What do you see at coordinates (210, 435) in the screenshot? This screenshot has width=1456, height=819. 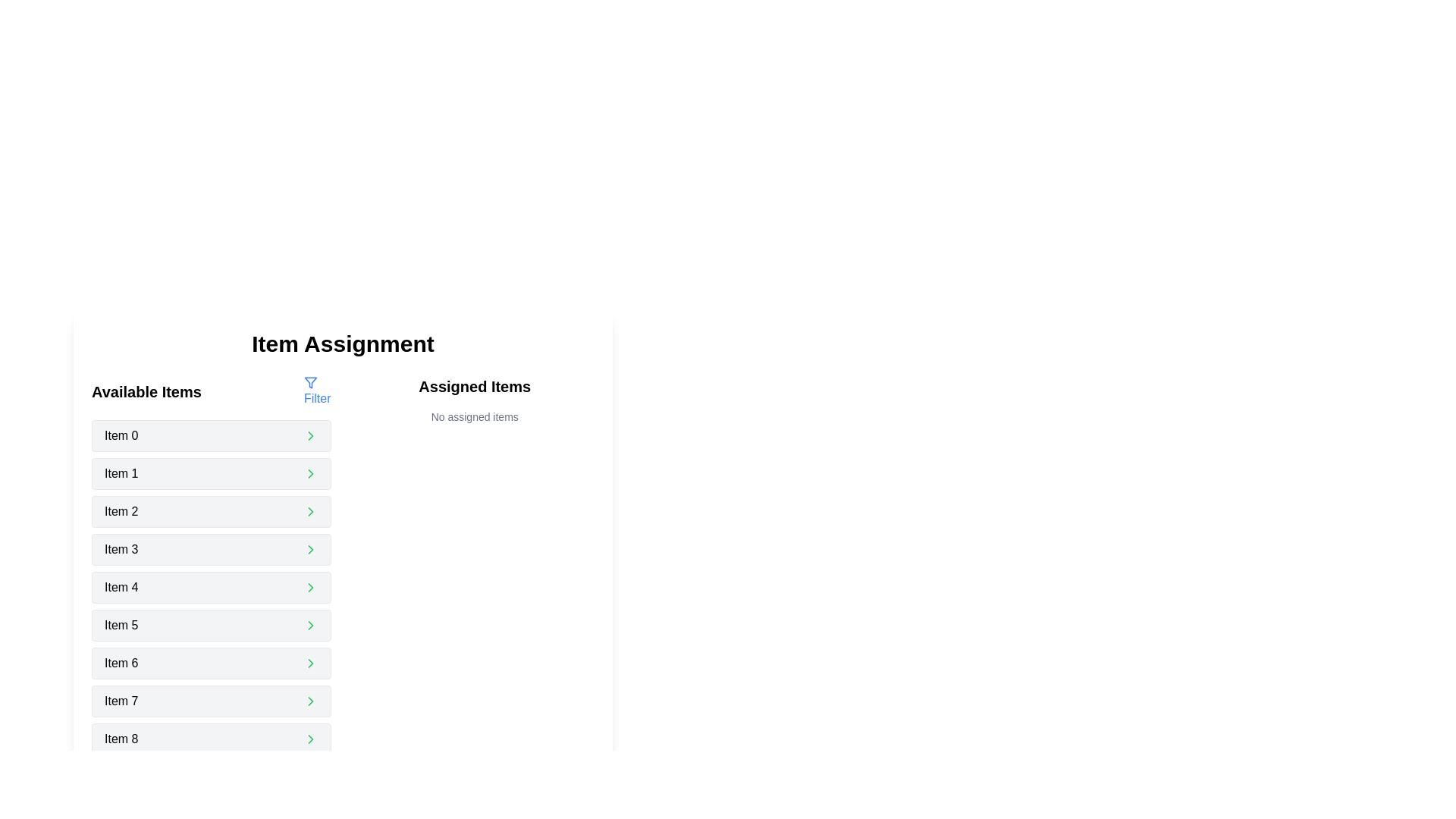 I see `the first list item labeled 'Item 0'` at bounding box center [210, 435].